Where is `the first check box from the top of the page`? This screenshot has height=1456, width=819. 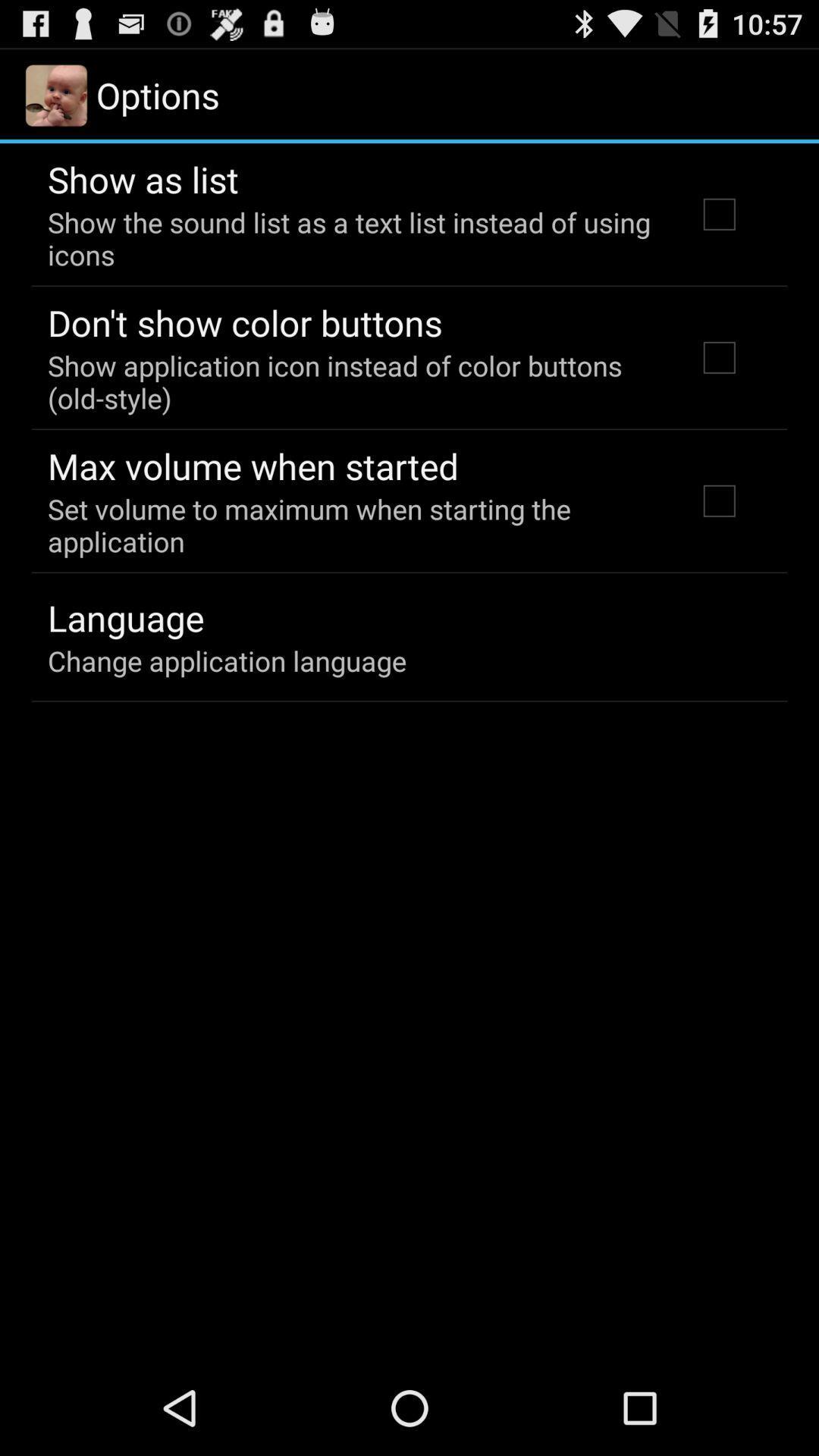
the first check box from the top of the page is located at coordinates (718, 214).